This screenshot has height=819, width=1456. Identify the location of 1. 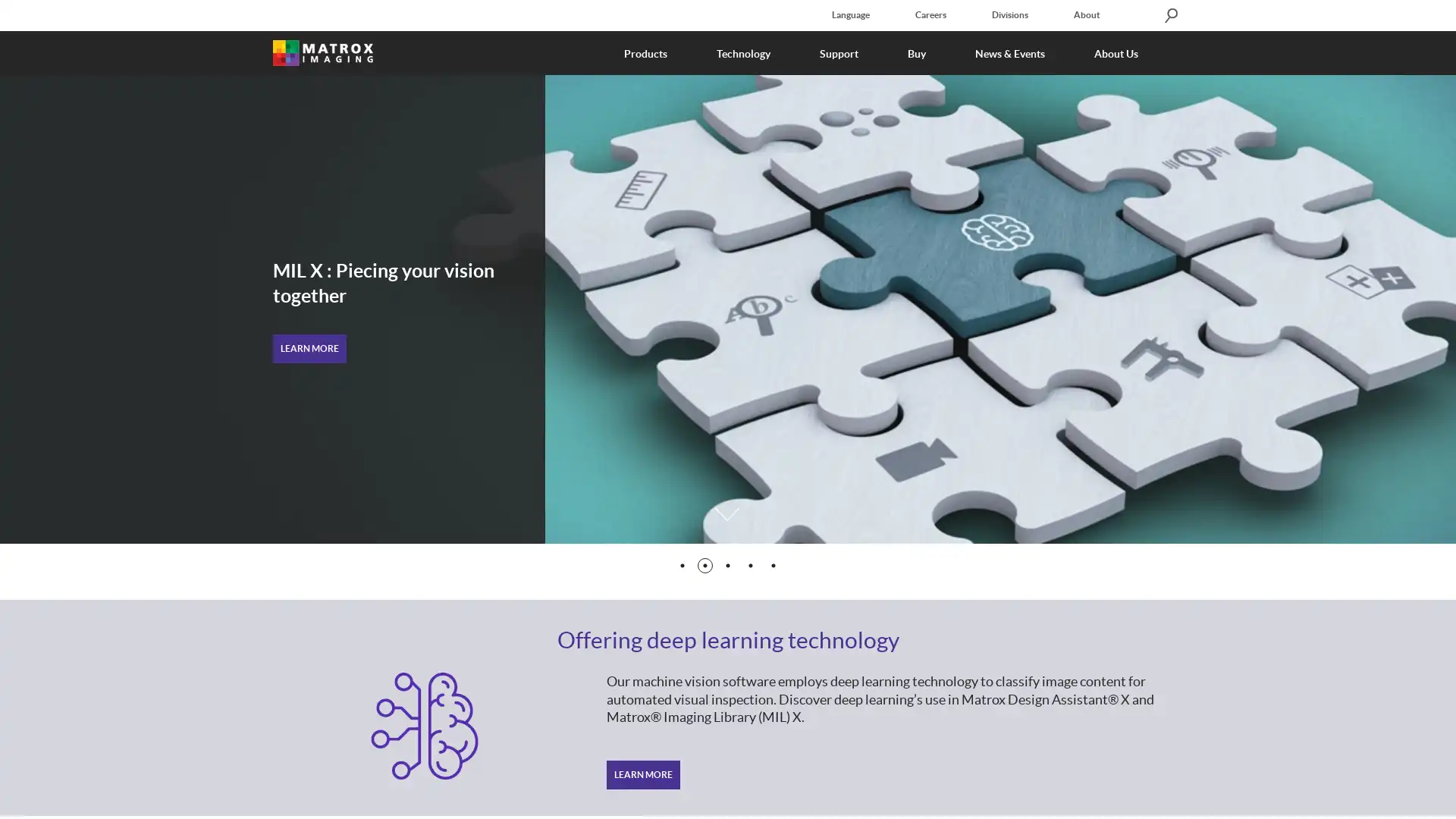
(682, 565).